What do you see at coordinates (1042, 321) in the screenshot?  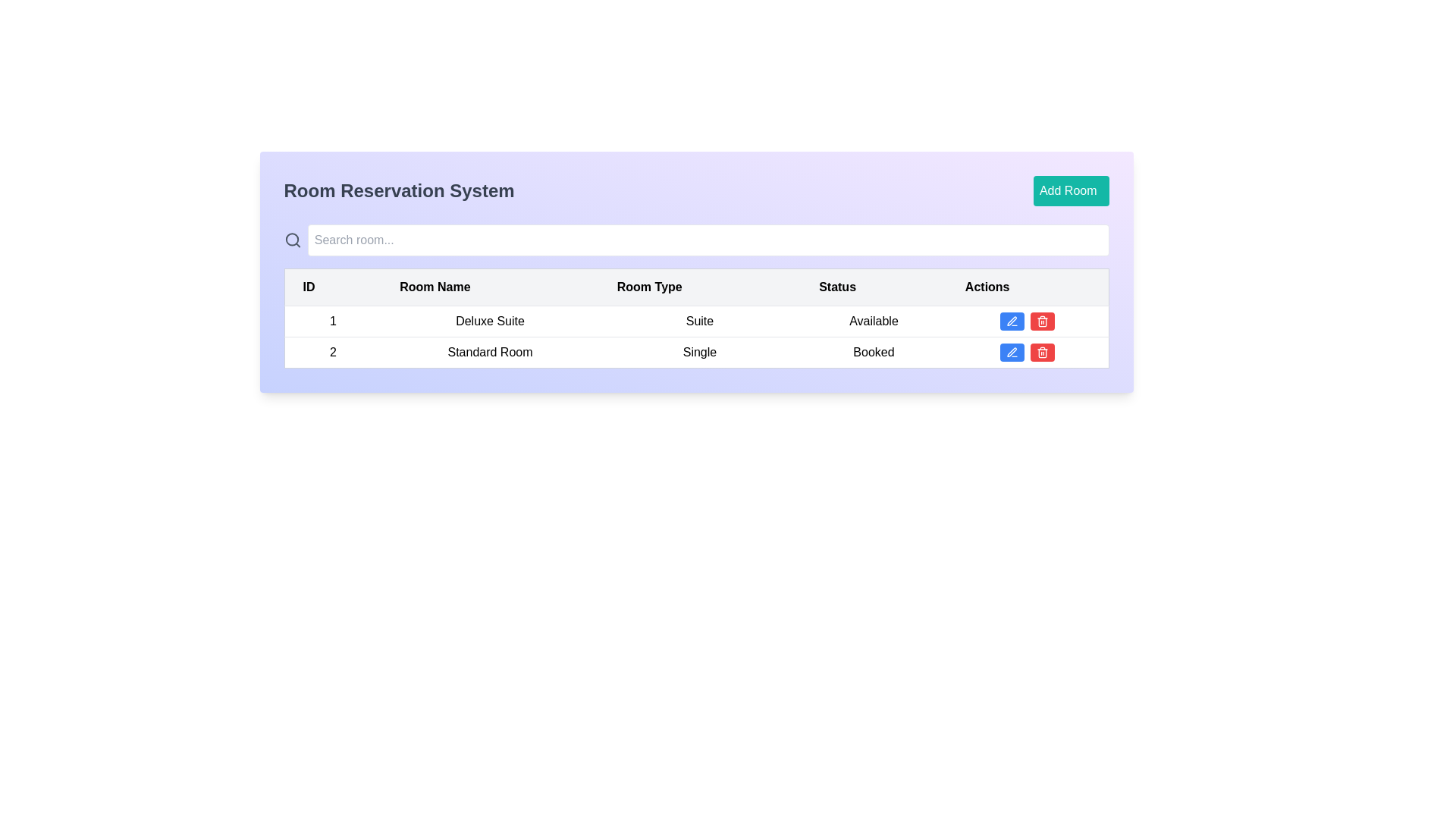 I see `the delete button located in the action button group to observe hover effects` at bounding box center [1042, 321].